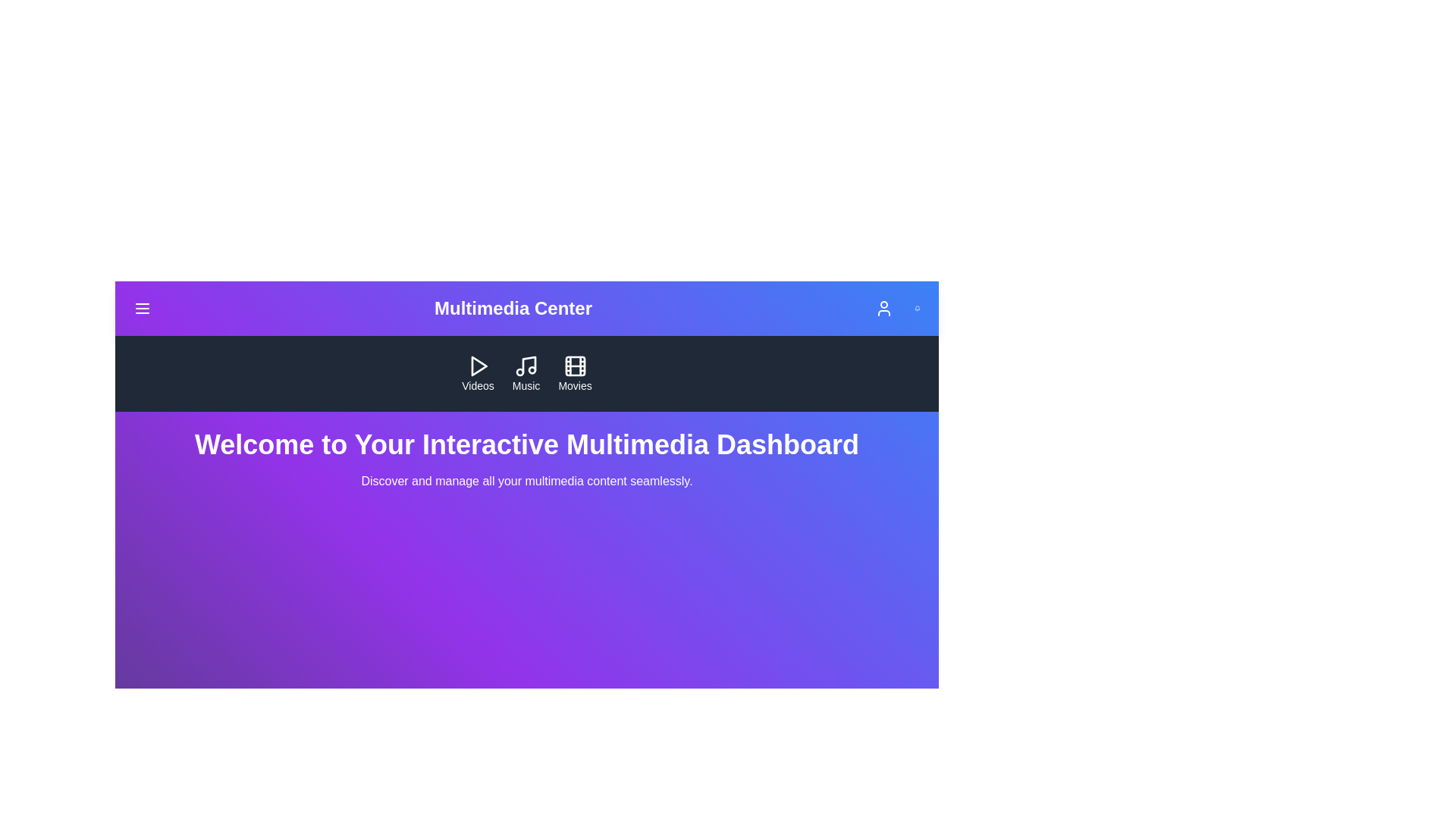 The image size is (1456, 819). I want to click on the 'Music' button to navigate to the Music section, so click(526, 374).